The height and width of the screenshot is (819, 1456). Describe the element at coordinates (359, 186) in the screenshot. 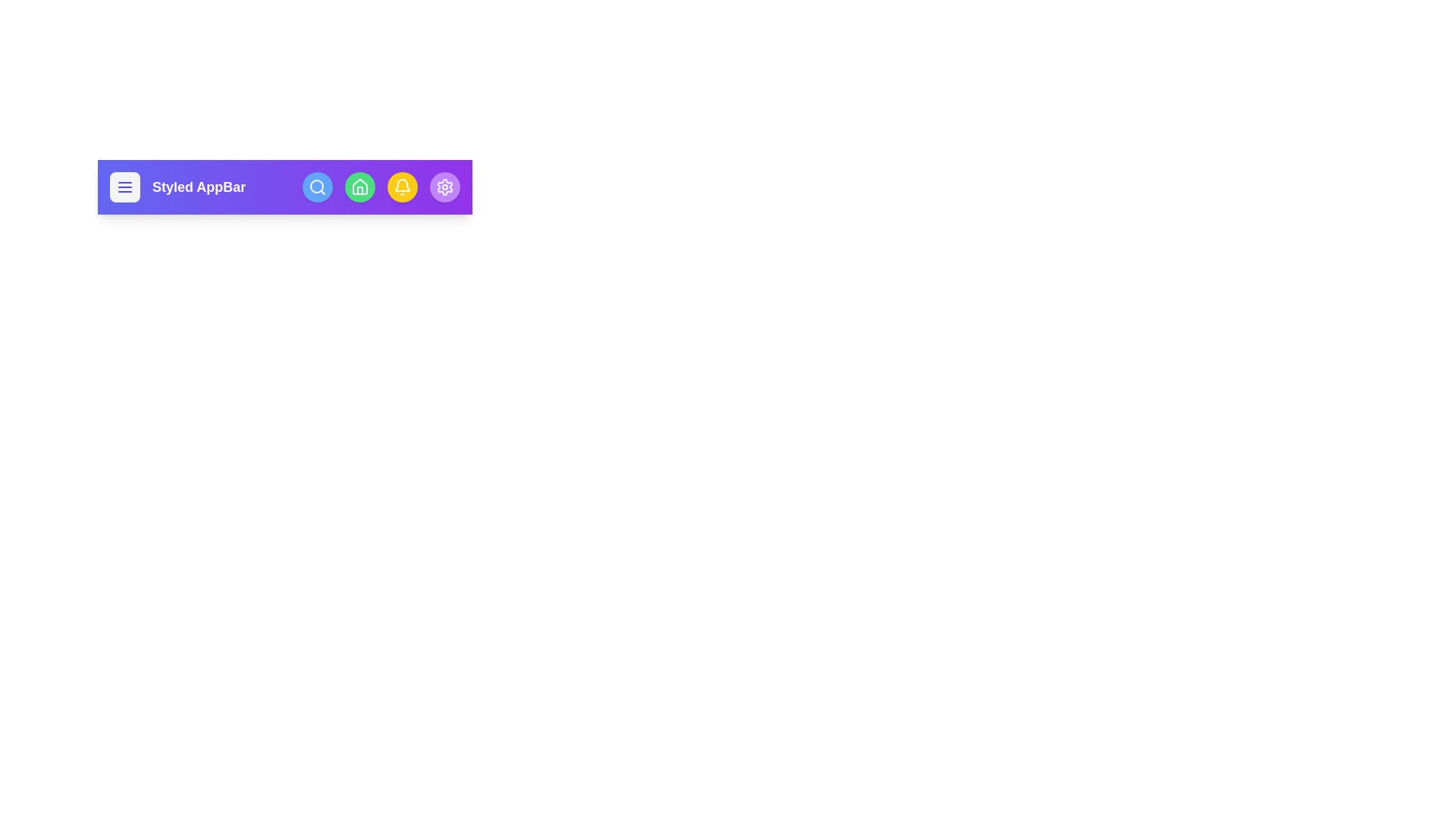

I see `the icon home to observe its hover effect` at that location.